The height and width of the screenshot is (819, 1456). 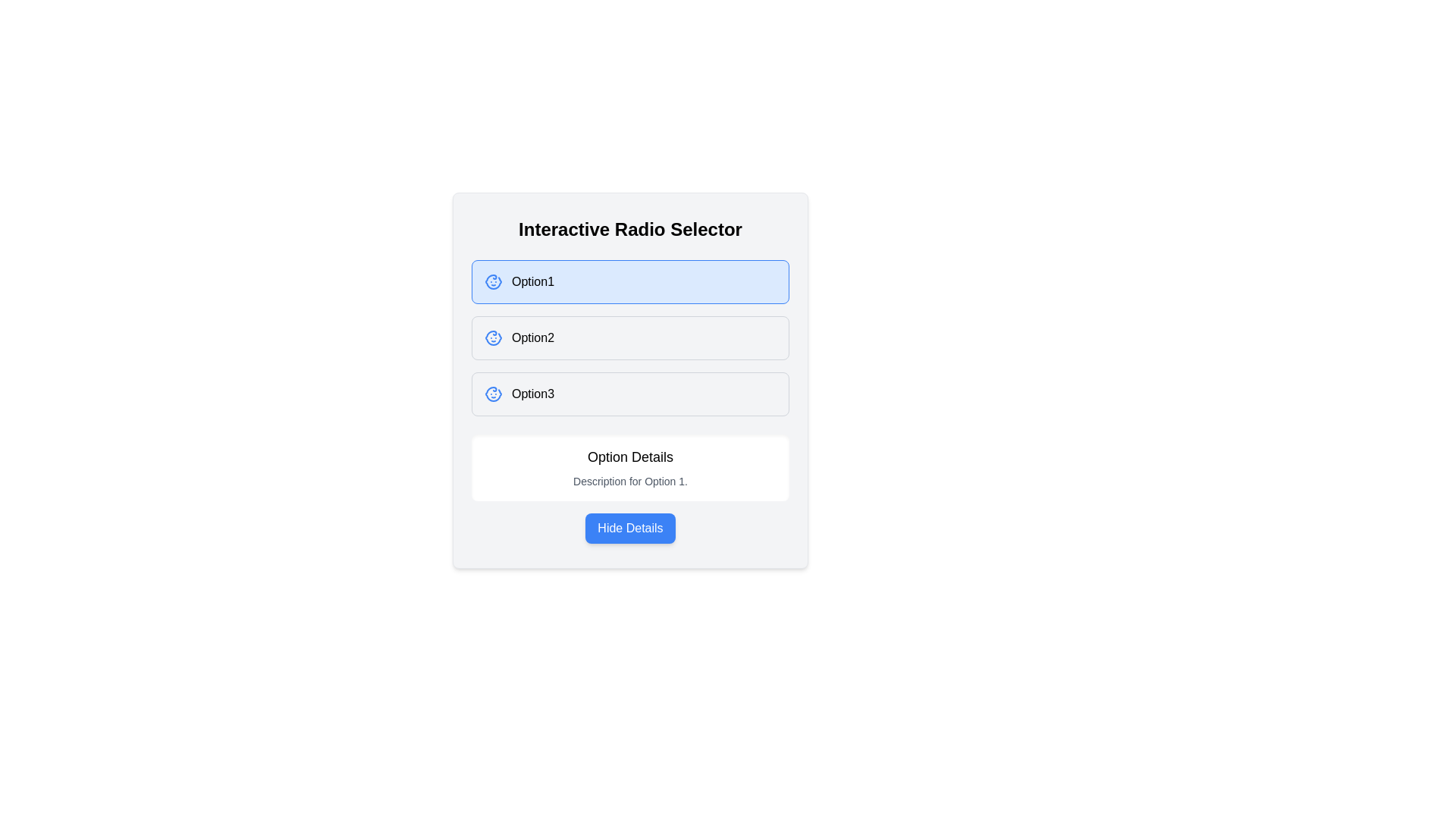 I want to click on the blue icon resembling a baby's face, located to the left of the text 'Option1' in the radio list interface for context, so click(x=494, y=281).